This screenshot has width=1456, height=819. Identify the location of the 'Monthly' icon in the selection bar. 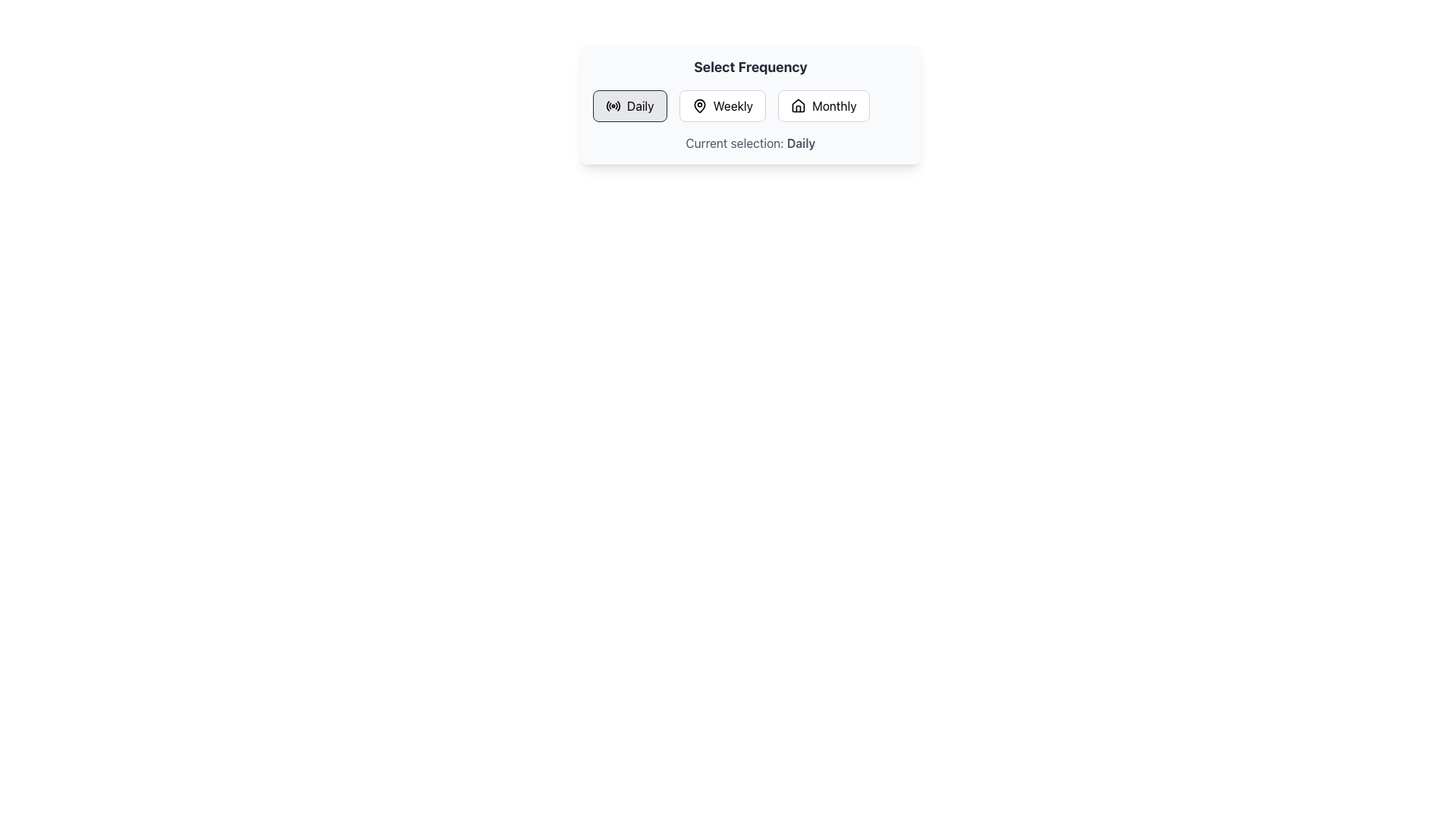
(798, 105).